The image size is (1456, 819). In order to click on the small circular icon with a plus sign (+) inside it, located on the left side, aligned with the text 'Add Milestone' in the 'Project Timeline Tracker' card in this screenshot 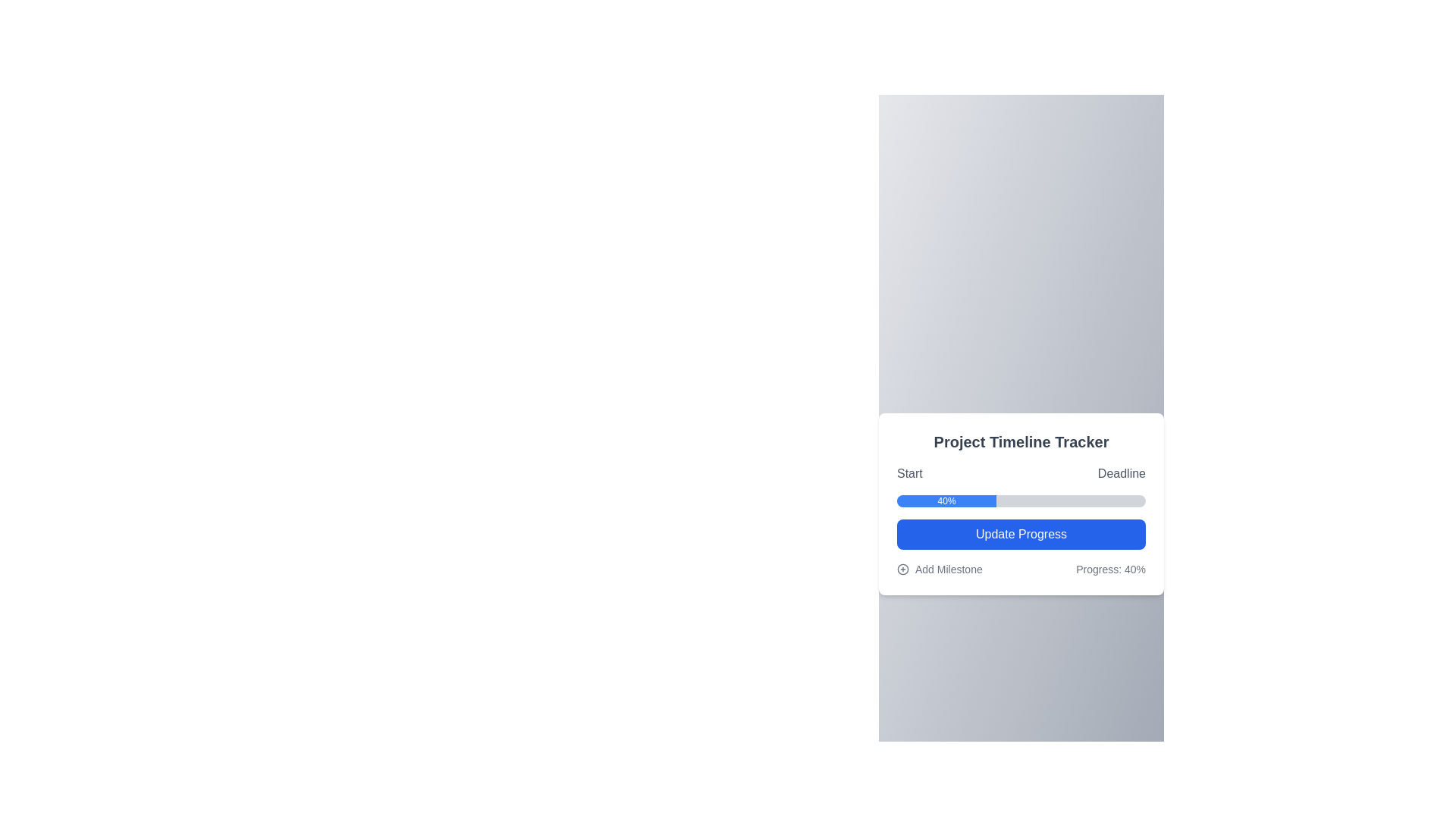, I will do `click(902, 570)`.